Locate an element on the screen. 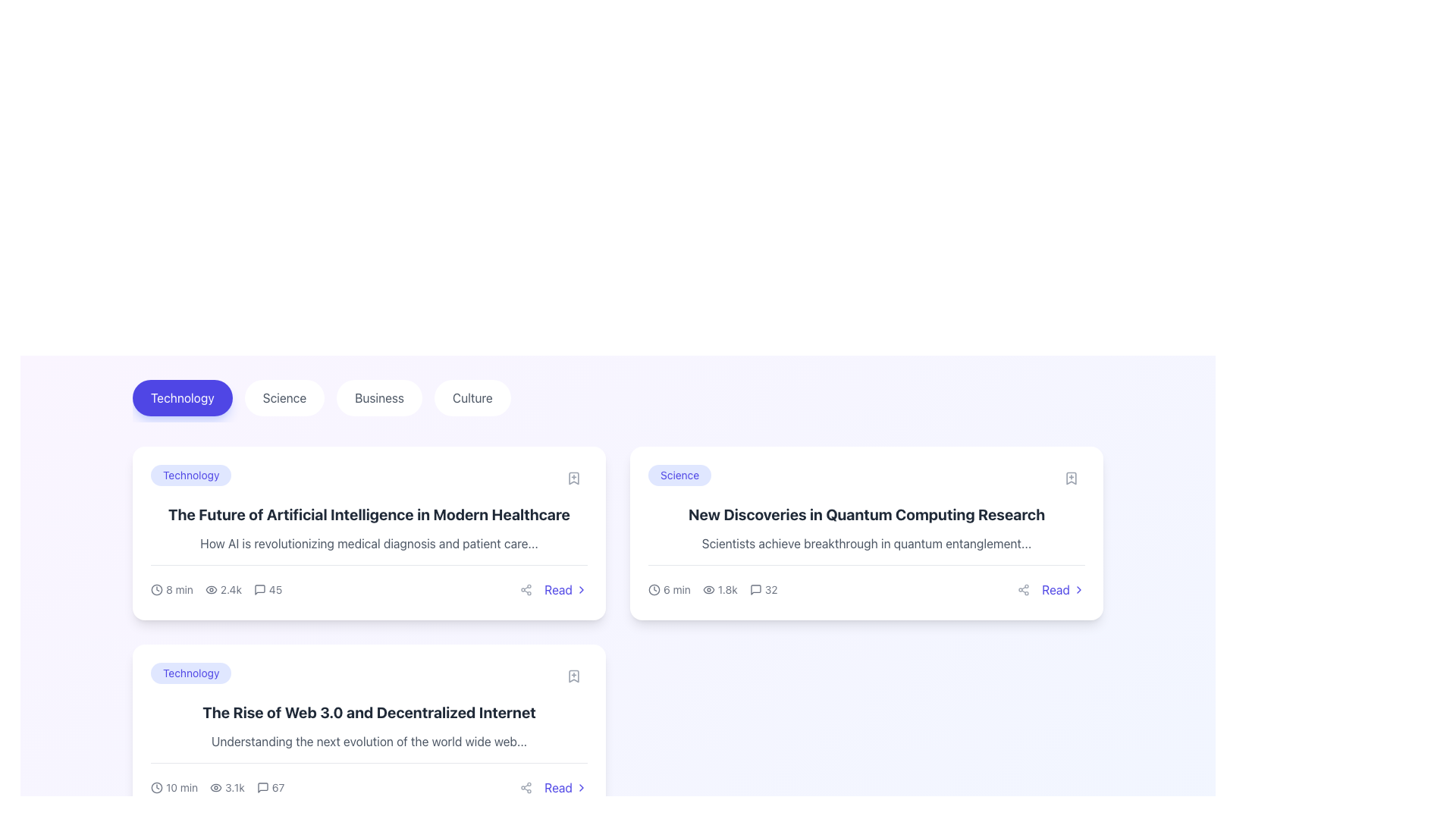 Image resolution: width=1456 pixels, height=819 pixels. the right-facing chevron icon, which is part of the 'Read' button located at the bottom-right corner of the second card in the interface is located at coordinates (581, 786).